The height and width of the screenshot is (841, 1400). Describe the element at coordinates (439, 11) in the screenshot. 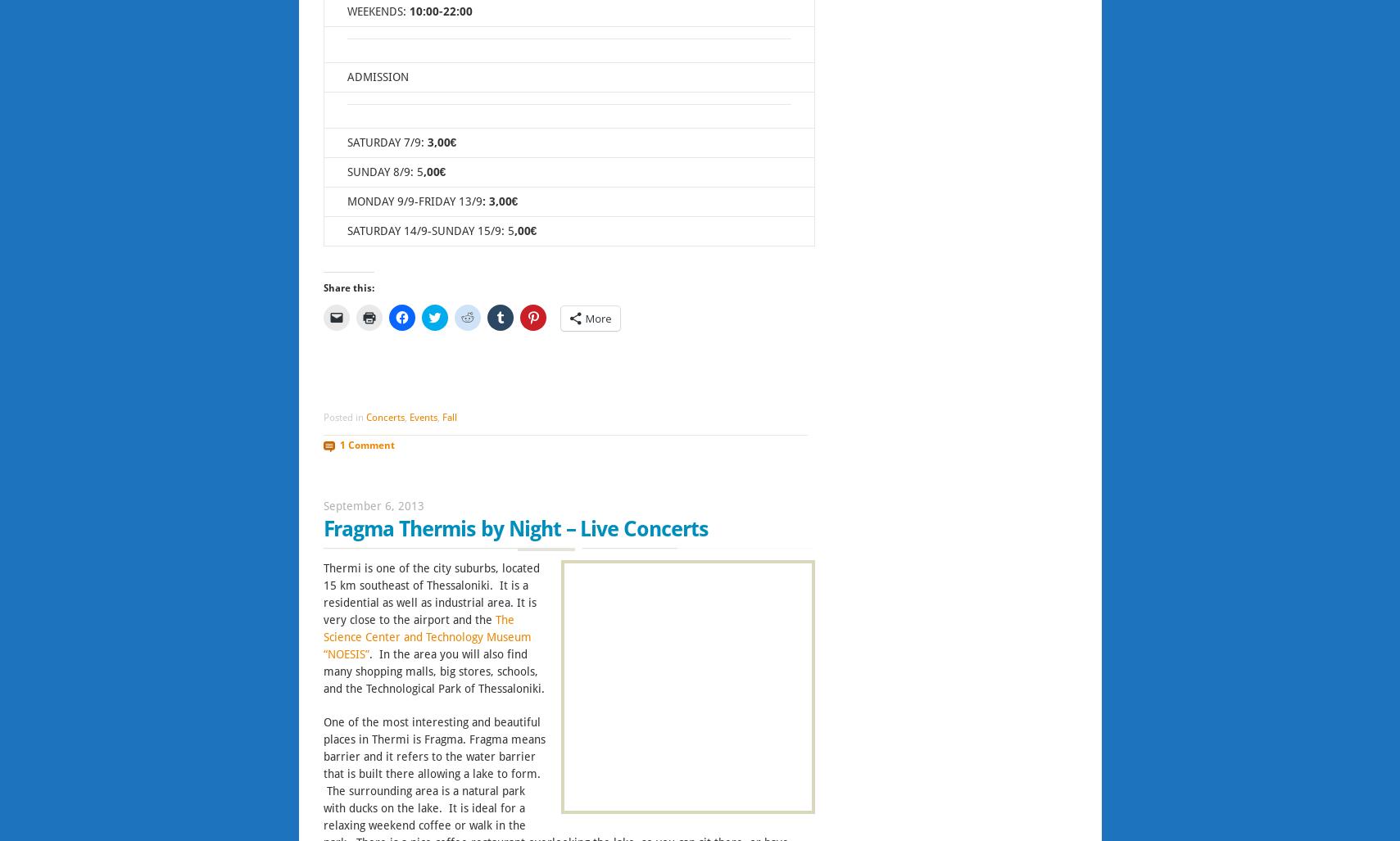

I see `'10:00-22:00'` at that location.